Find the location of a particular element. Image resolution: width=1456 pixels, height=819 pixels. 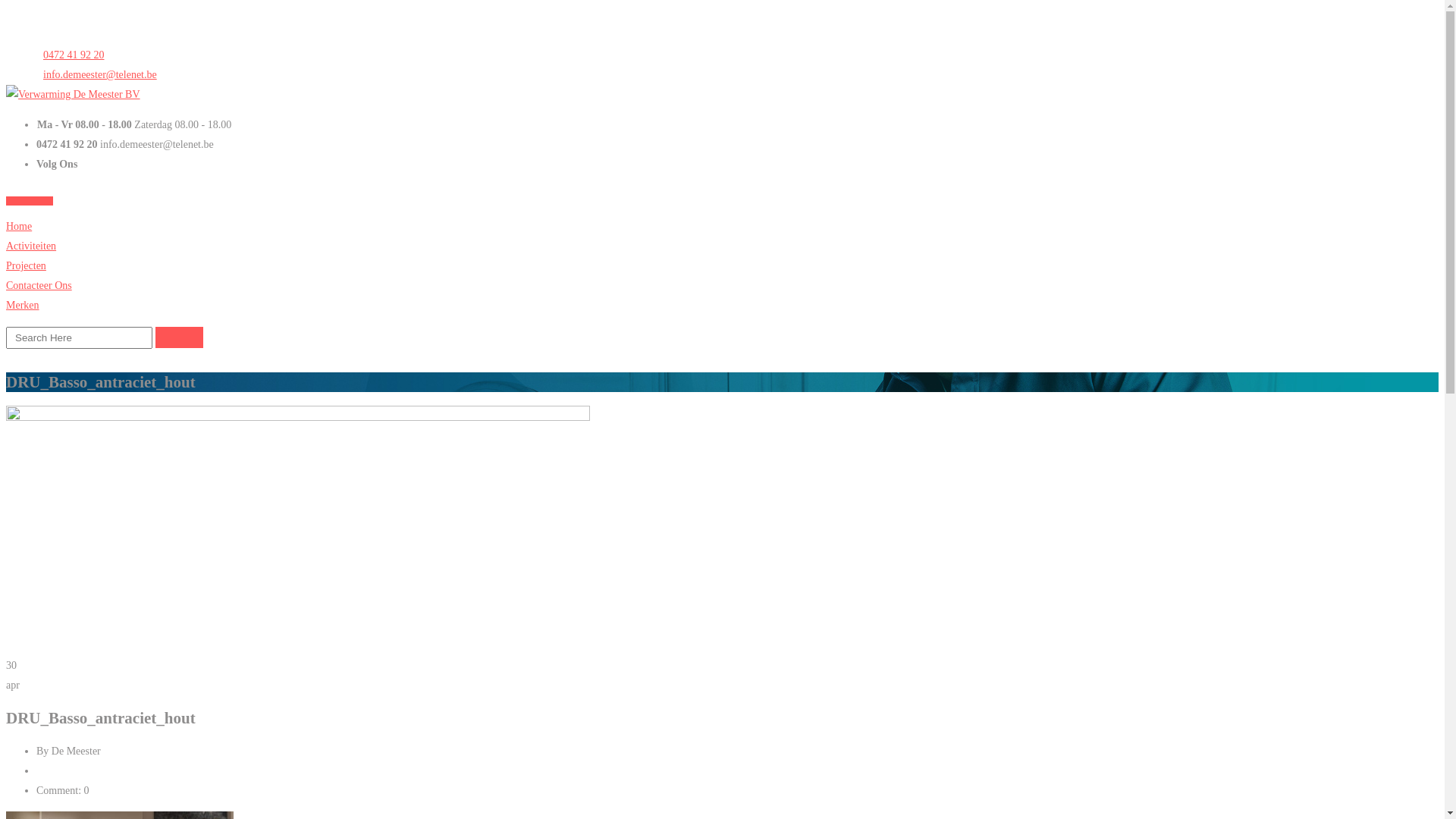

'info.demeester@telenet.be' is located at coordinates (96, 74).